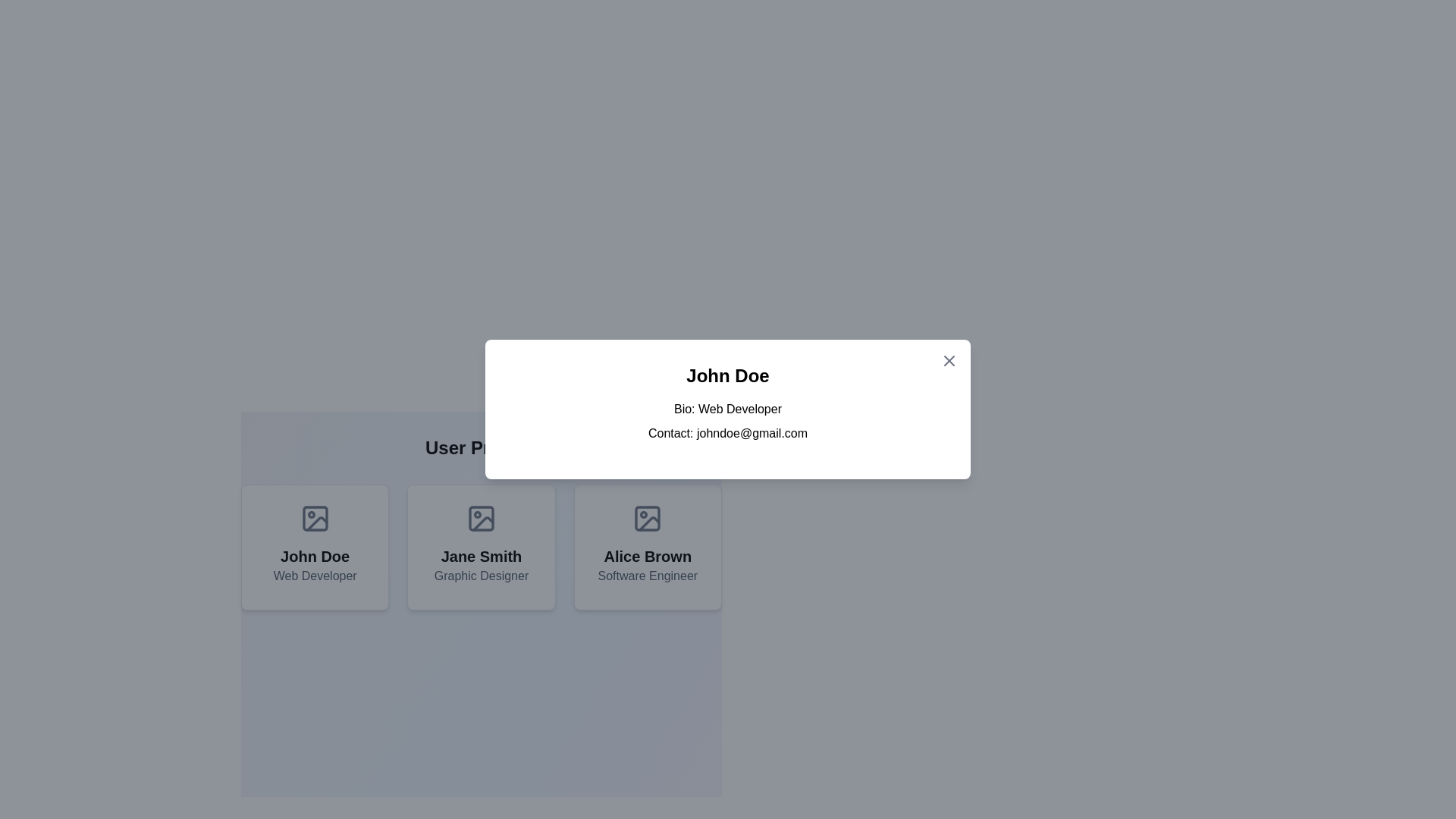 The width and height of the screenshot is (1456, 819). Describe the element at coordinates (480, 556) in the screenshot. I see `the 'Jane Smith' text element, which is styled in a bold, extra-large font and serves as the main heading above 'Graphic Designer' within a card interface` at that location.